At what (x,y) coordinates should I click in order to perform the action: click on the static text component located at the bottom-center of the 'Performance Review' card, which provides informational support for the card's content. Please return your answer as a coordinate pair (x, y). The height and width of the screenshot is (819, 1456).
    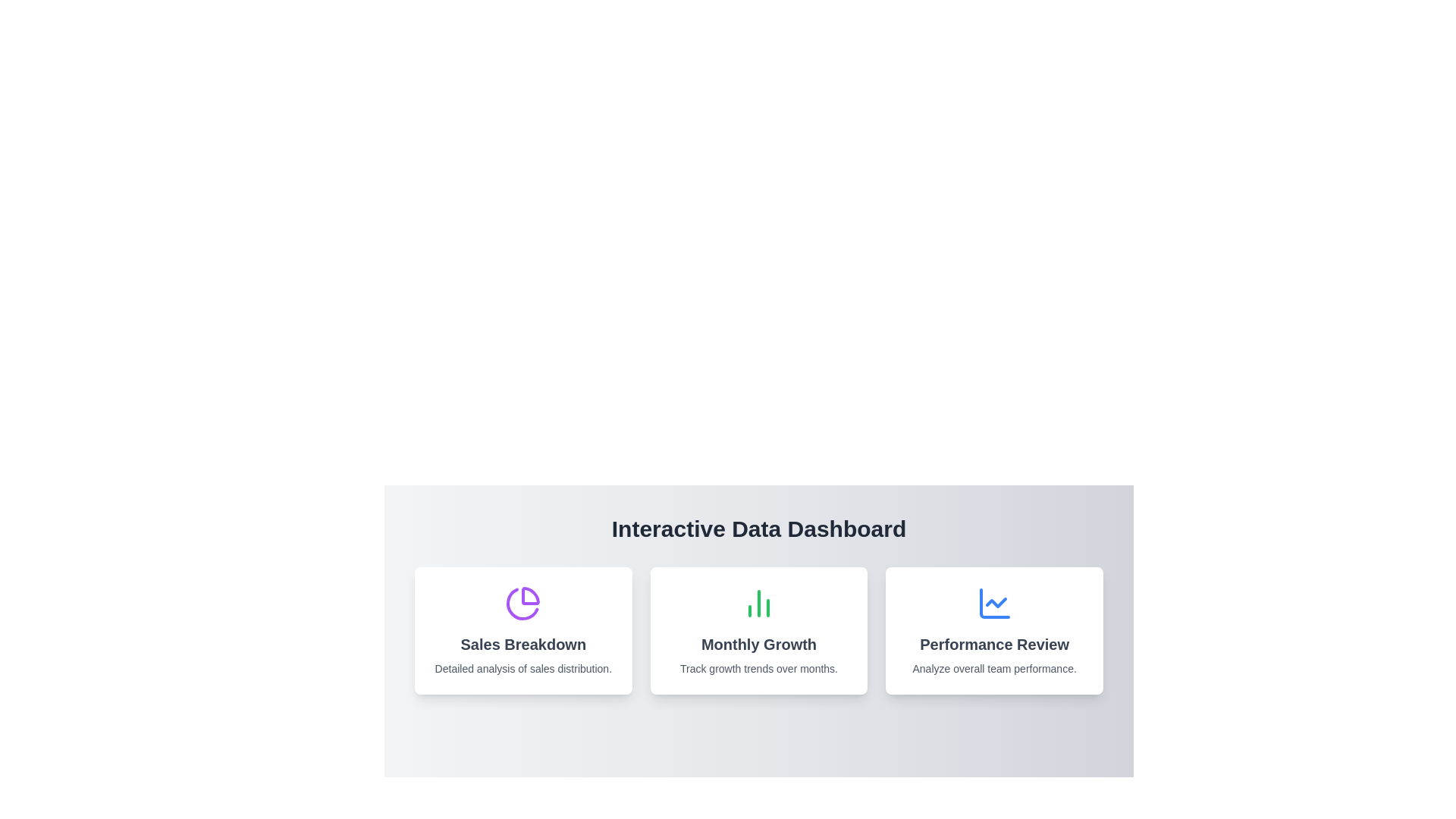
    Looking at the image, I should click on (994, 668).